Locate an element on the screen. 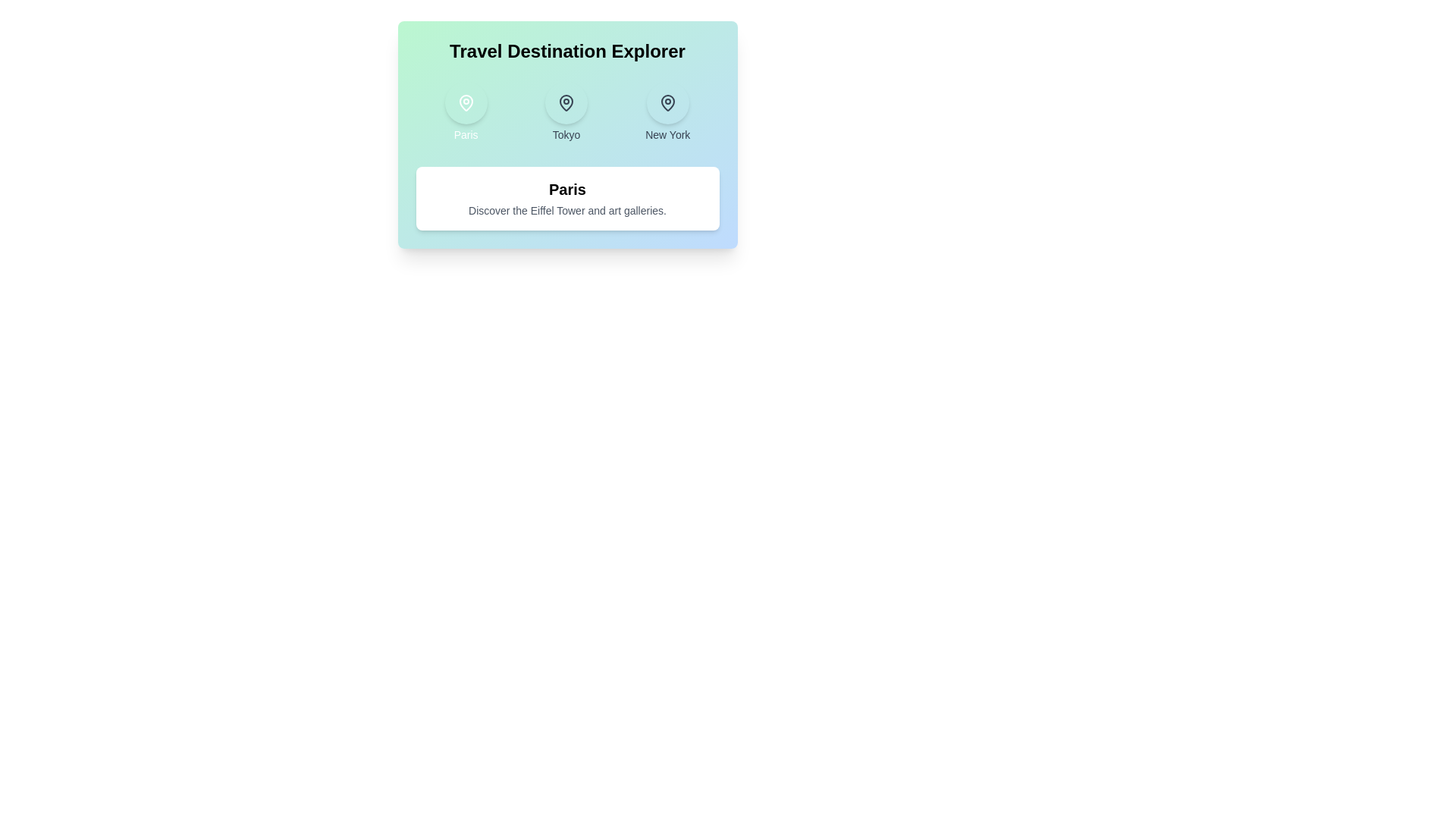 The width and height of the screenshot is (1456, 819). the Informational Card displaying 'Paris' in the Travel Destination Explorer interface to access related elements is located at coordinates (566, 198).